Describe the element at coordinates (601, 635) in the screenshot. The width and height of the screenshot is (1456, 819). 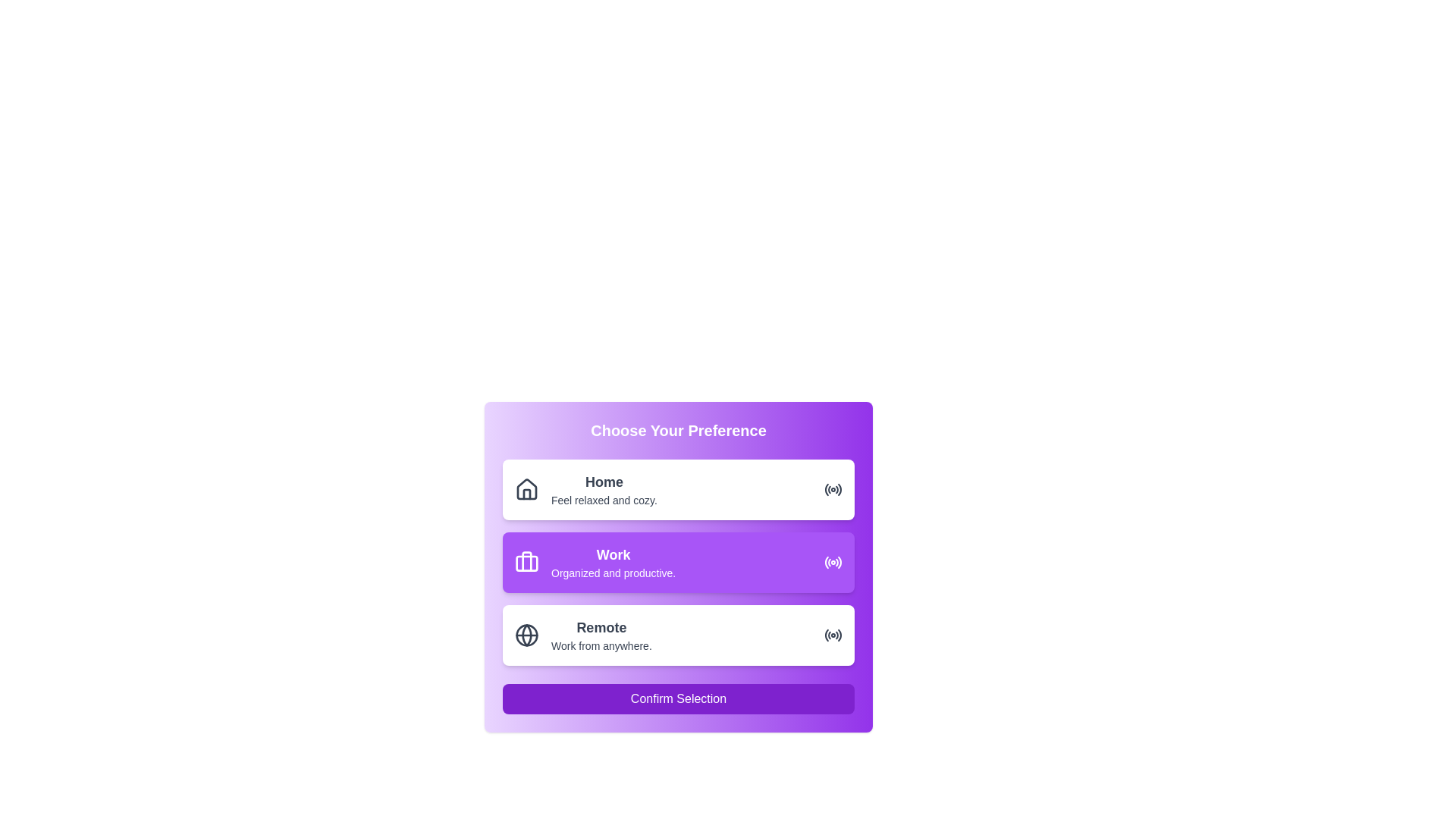
I see `the text label that reads 'Remote' and 'Work from anywhere.'` at that location.